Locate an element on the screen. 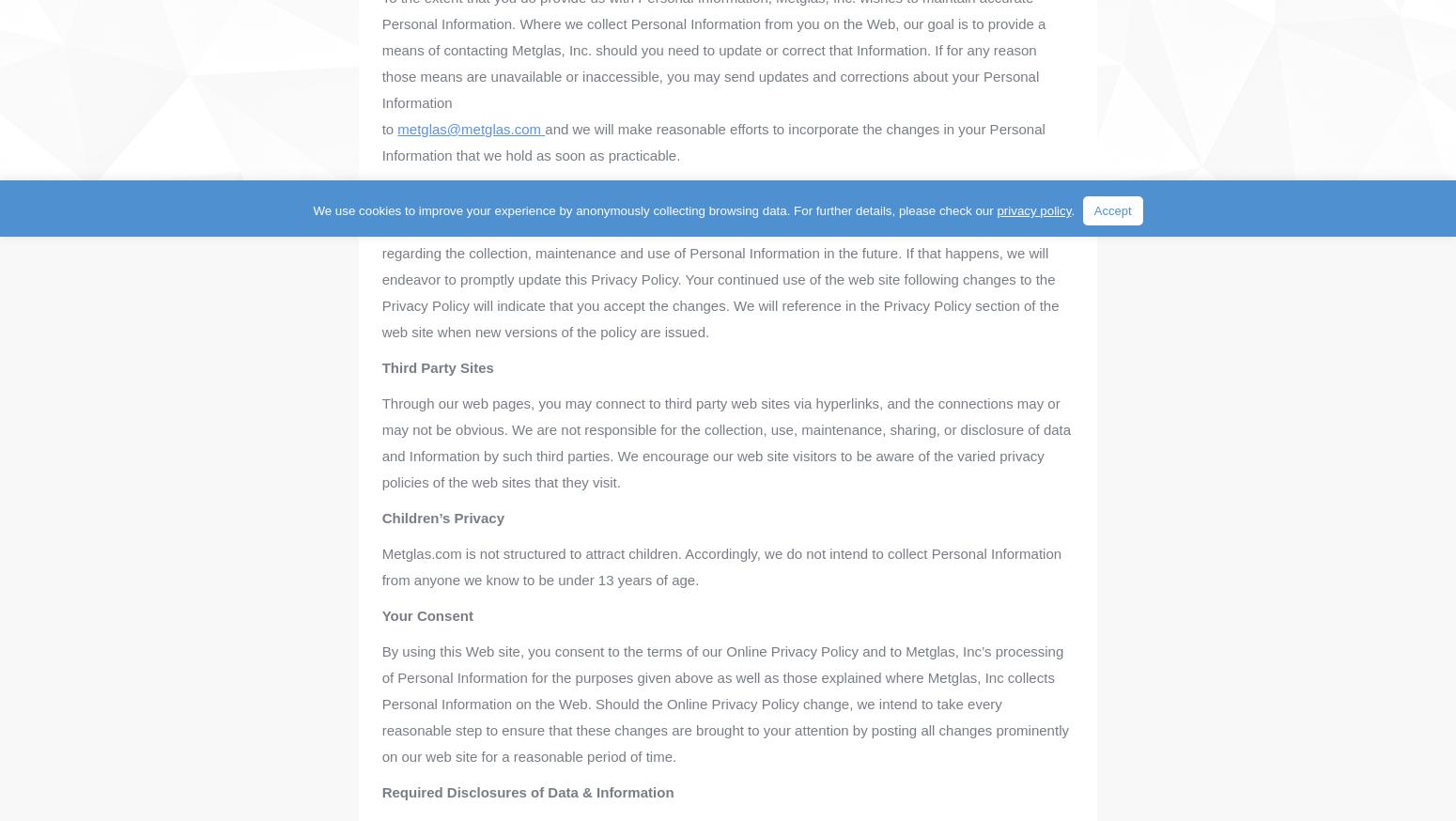 The height and width of the screenshot is (821, 1456). 'Third Party Sites' is located at coordinates (380, 367).